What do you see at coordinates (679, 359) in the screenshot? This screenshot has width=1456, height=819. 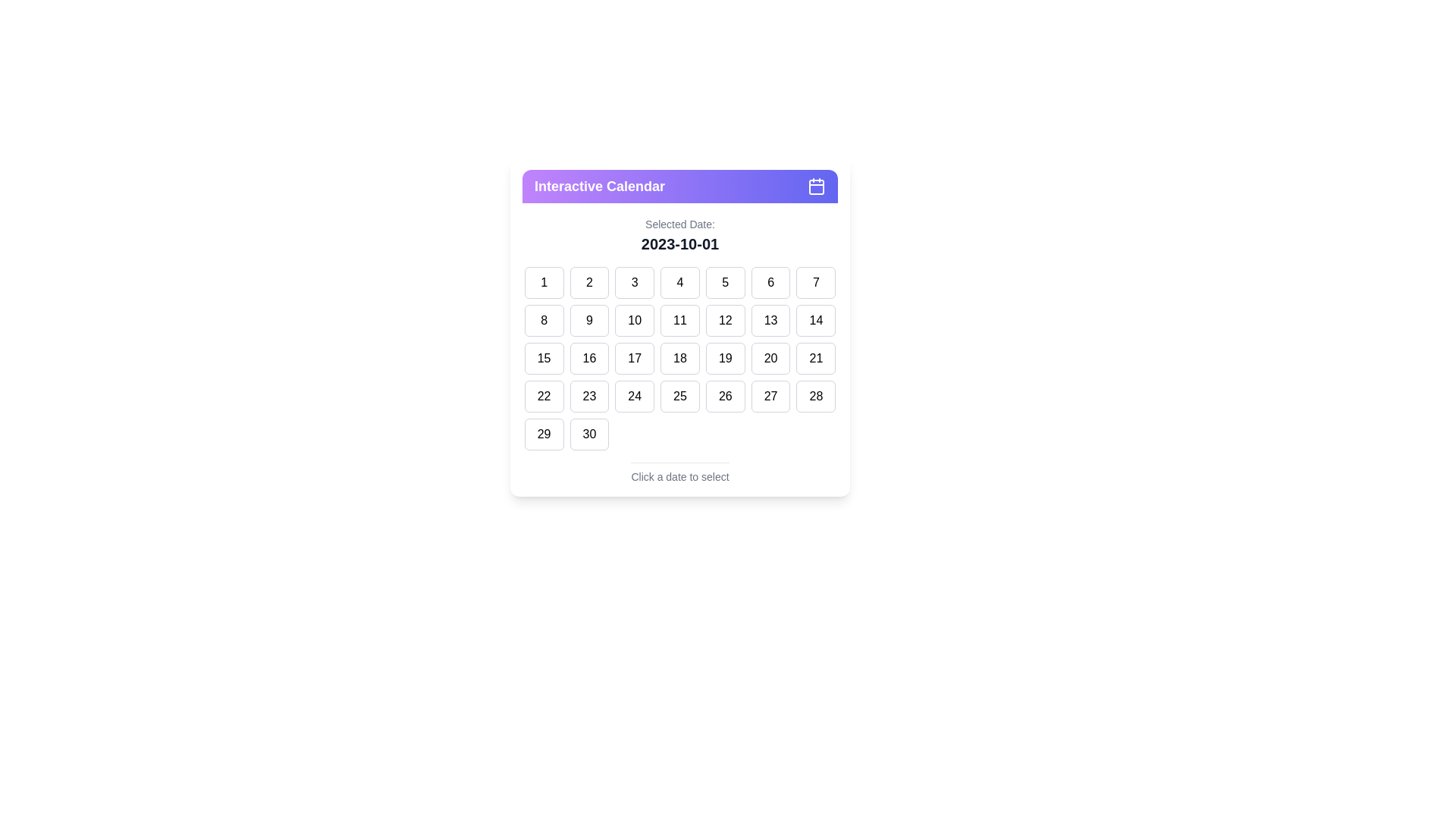 I see `the button representing the date 18 in the calendar interface` at bounding box center [679, 359].